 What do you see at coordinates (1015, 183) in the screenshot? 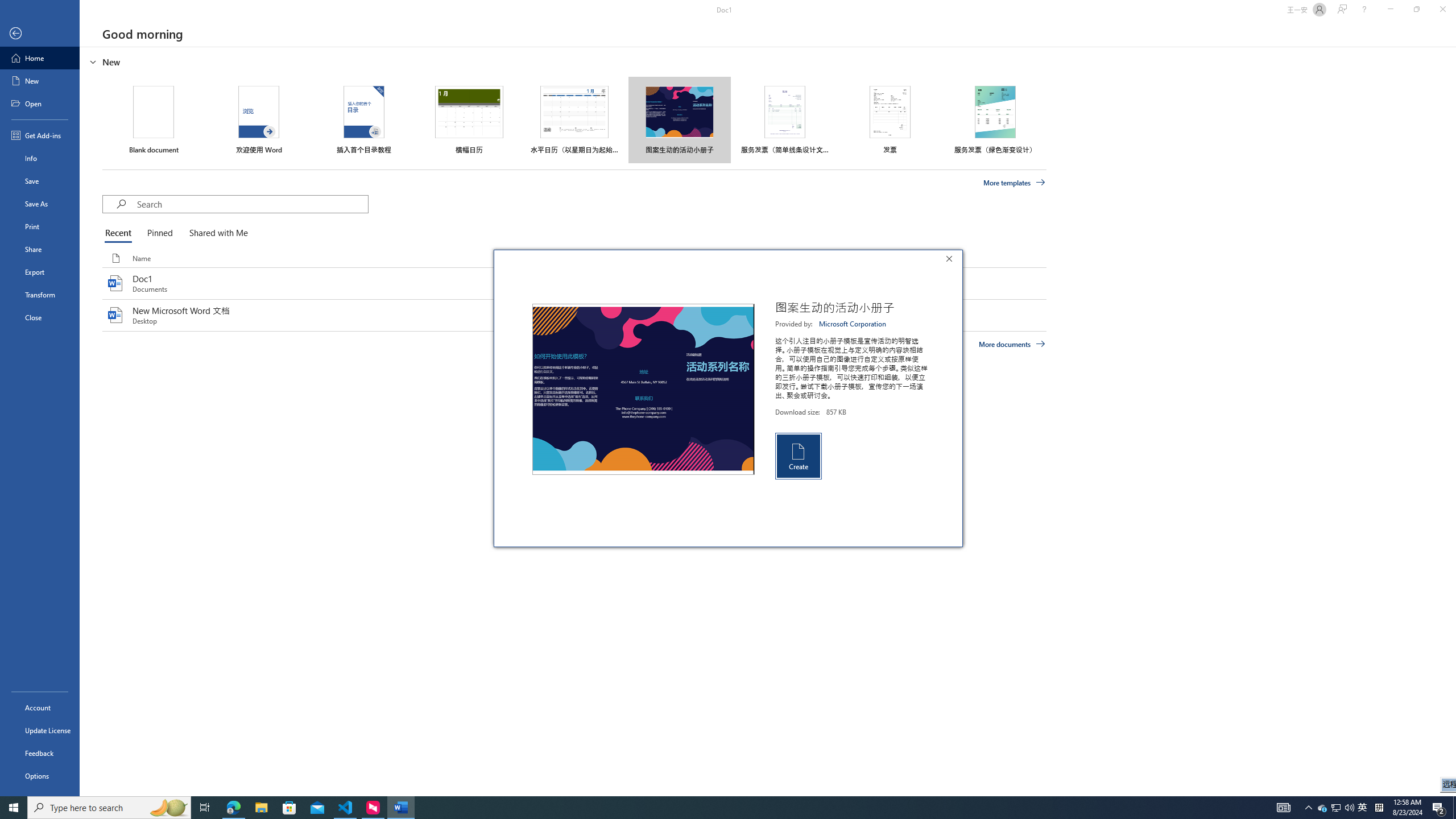
I see `'More templates'` at bounding box center [1015, 183].